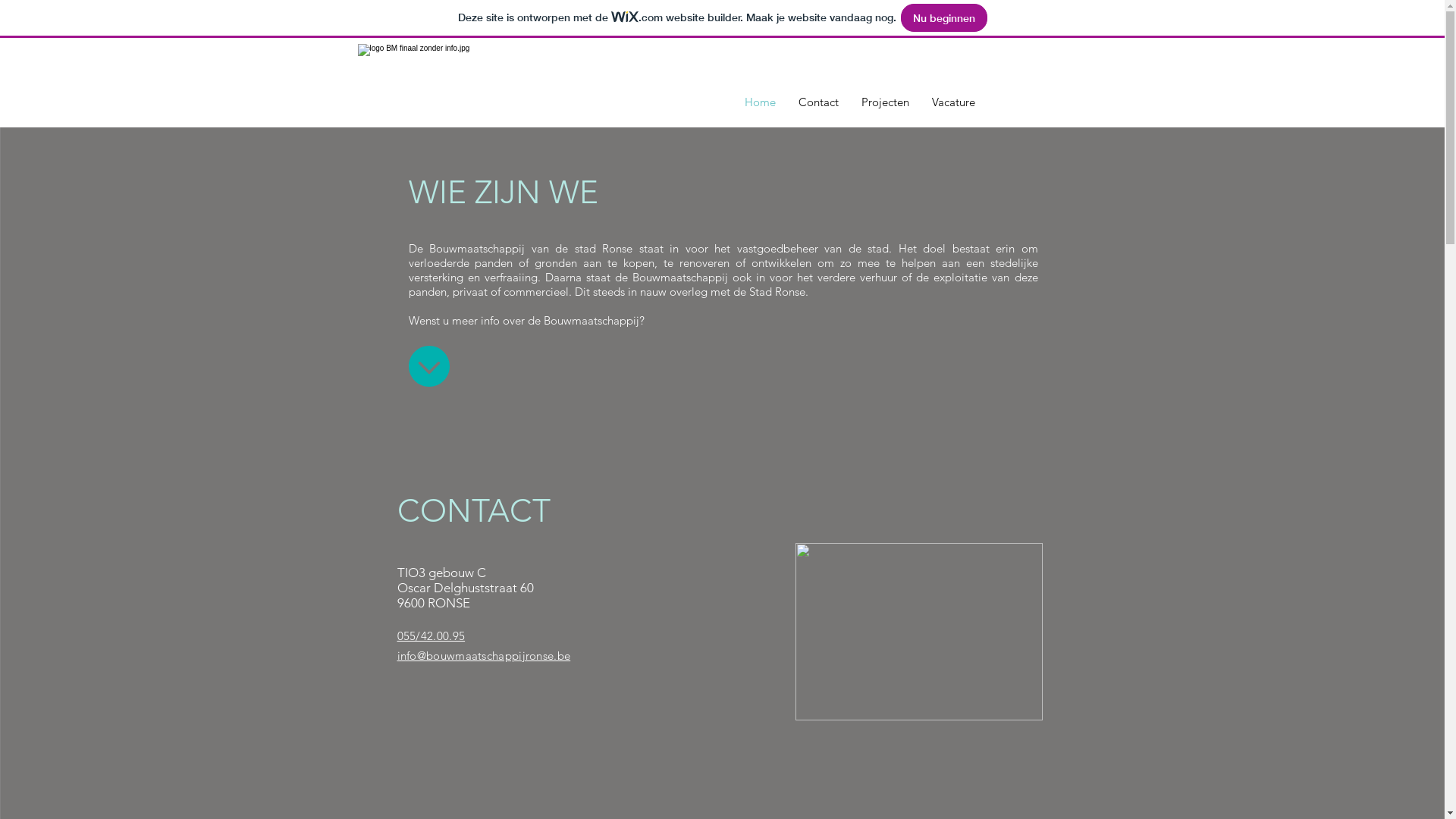  What do you see at coordinates (497, 82) in the screenshot?
I see `'logo BM finaal zonder info.png'` at bounding box center [497, 82].